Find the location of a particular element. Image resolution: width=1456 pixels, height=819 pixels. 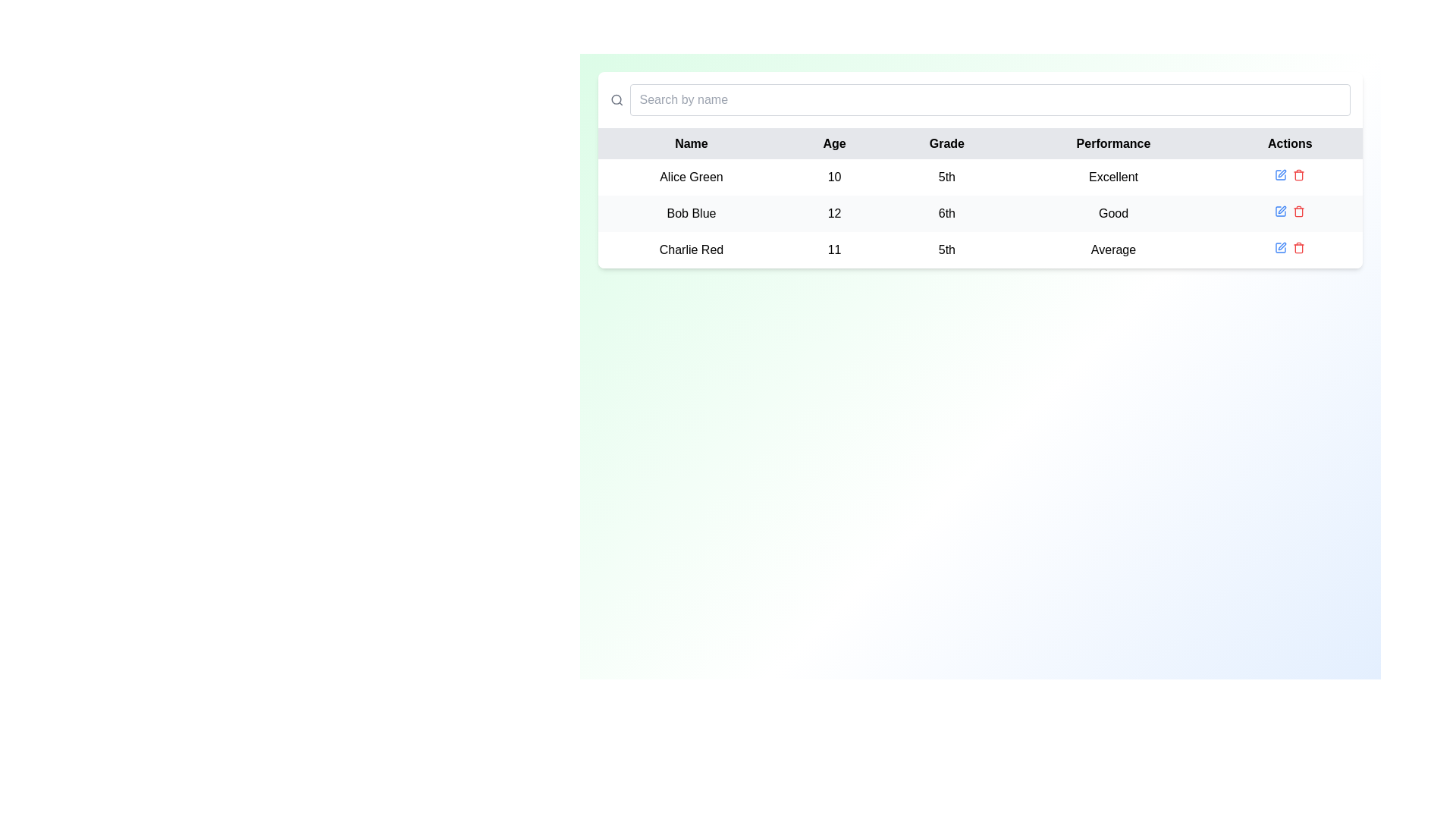

text content of the table header labeled 'Age', which is the second column header in a row of headers is located at coordinates (833, 143).